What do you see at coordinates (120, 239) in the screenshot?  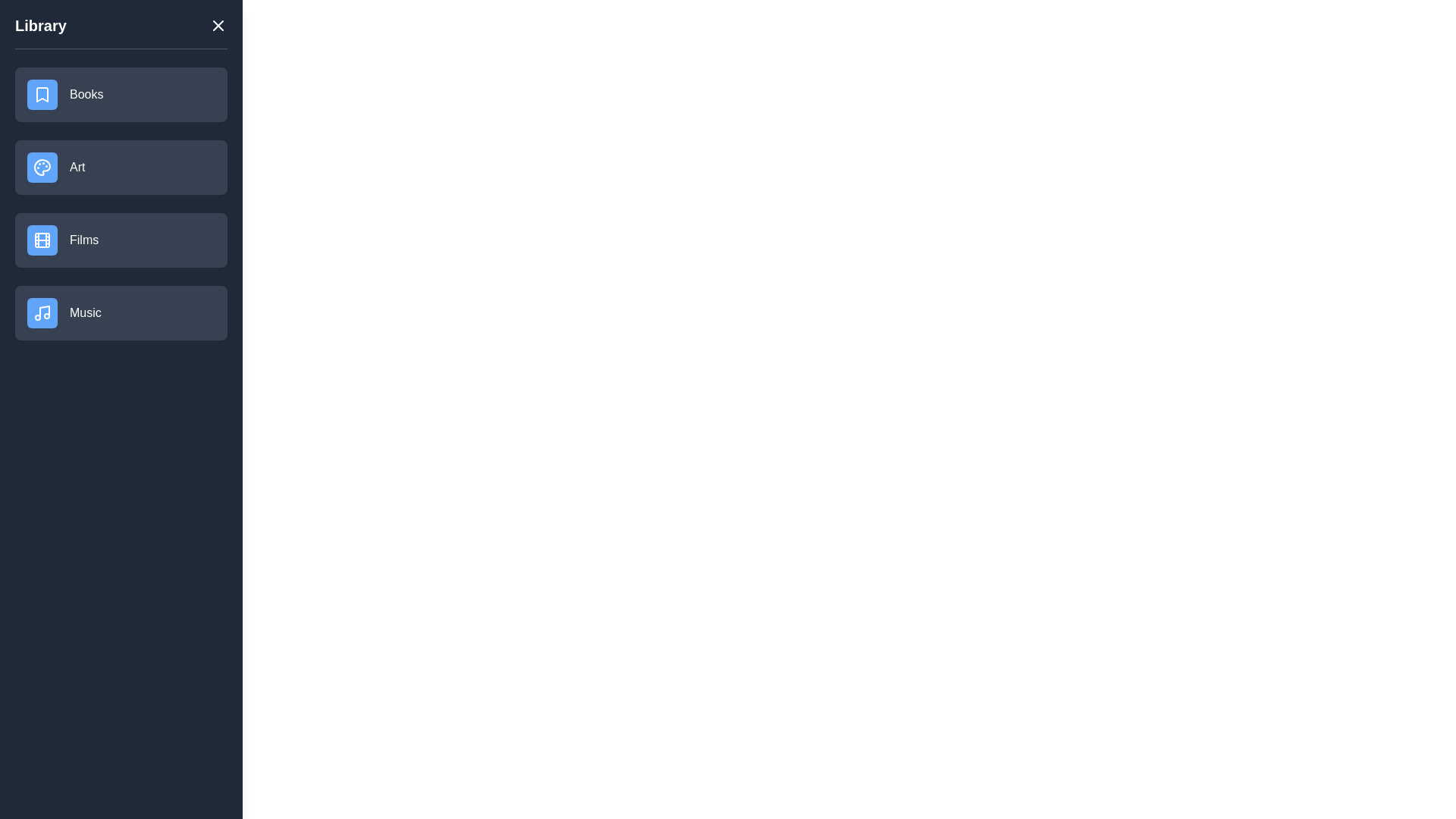 I see `the category Films from the list` at bounding box center [120, 239].